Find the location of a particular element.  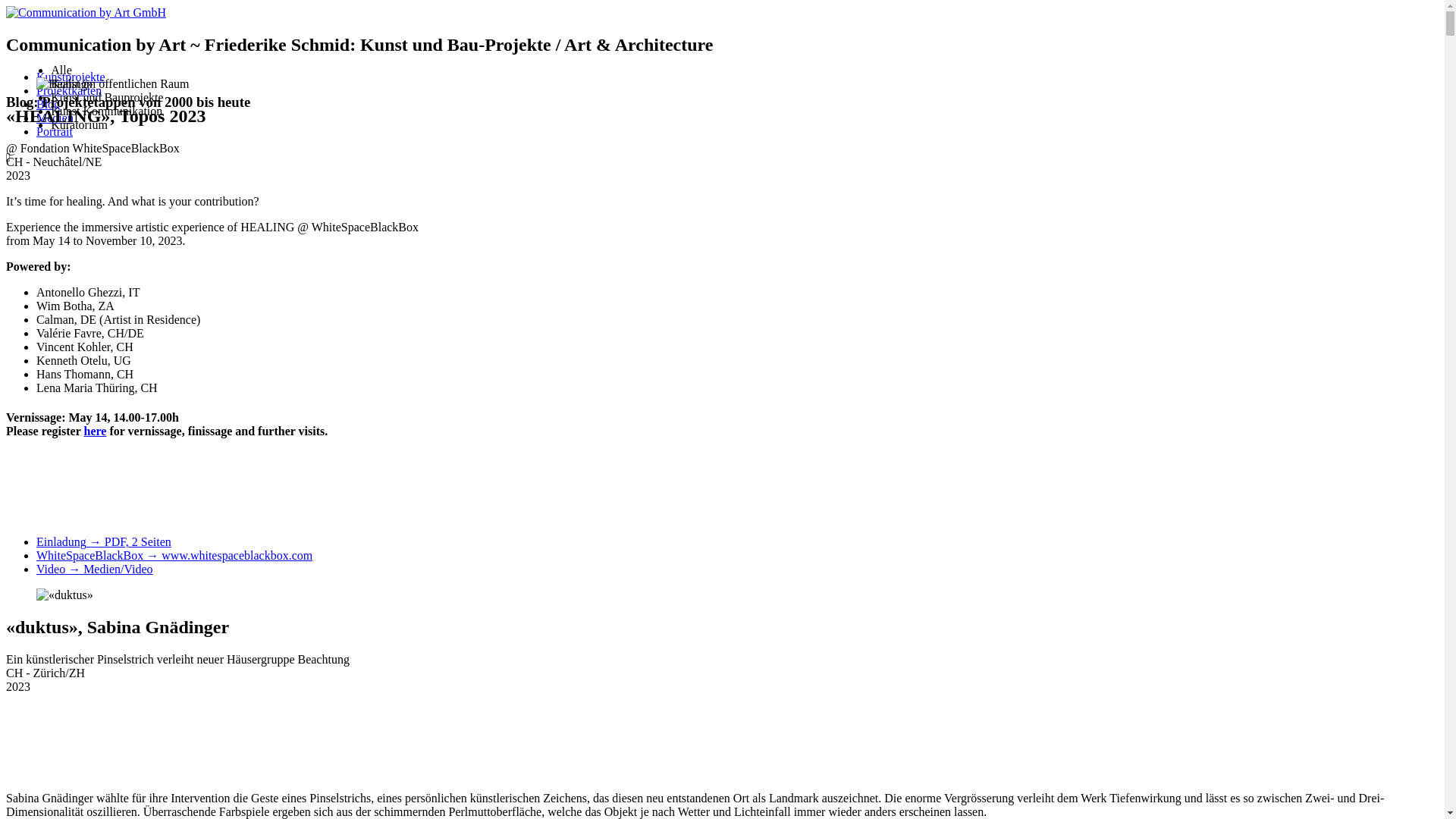

'here' is located at coordinates (93, 431).